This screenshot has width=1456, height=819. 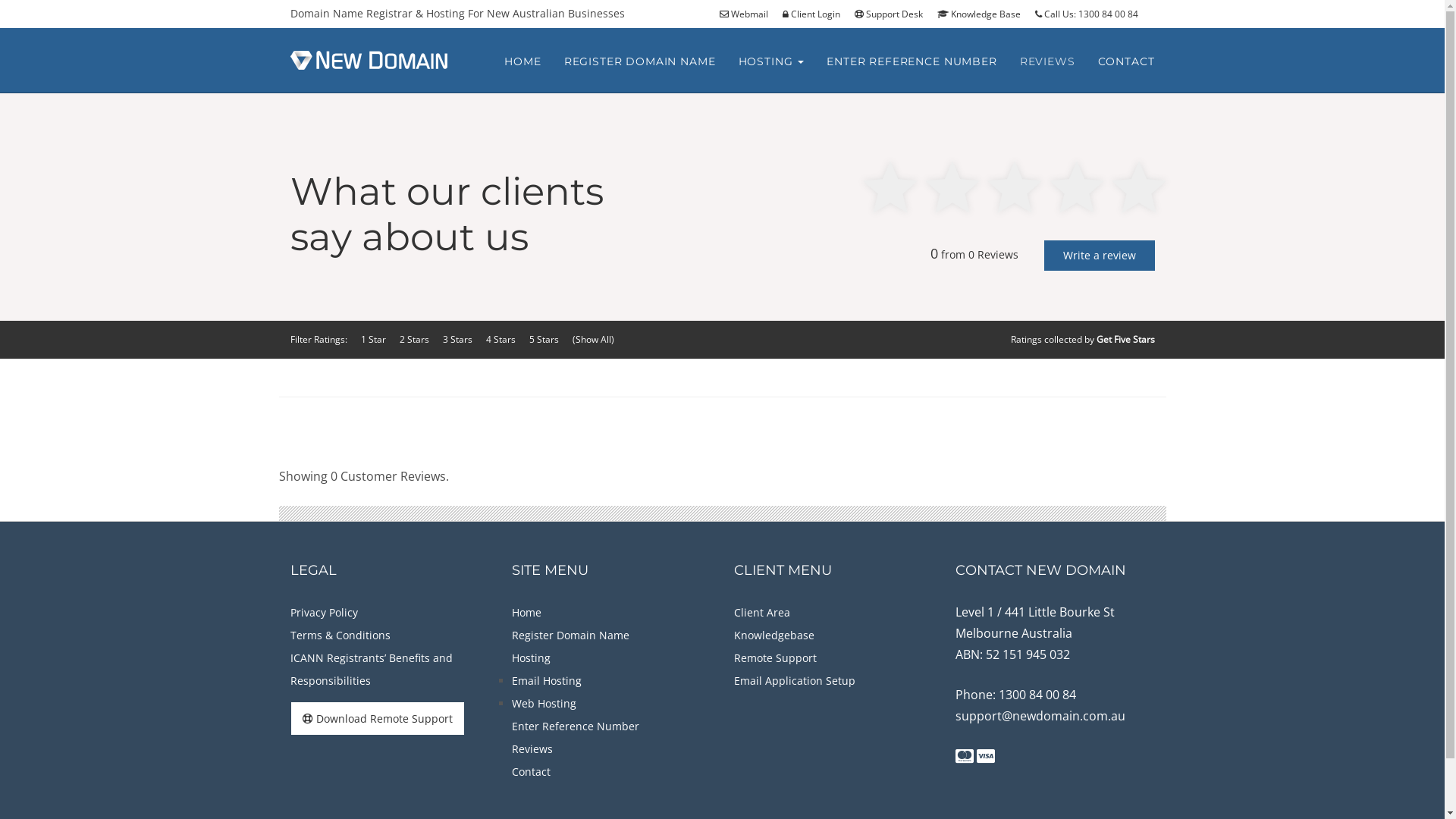 What do you see at coordinates (748, 14) in the screenshot?
I see `'Webmail'` at bounding box center [748, 14].